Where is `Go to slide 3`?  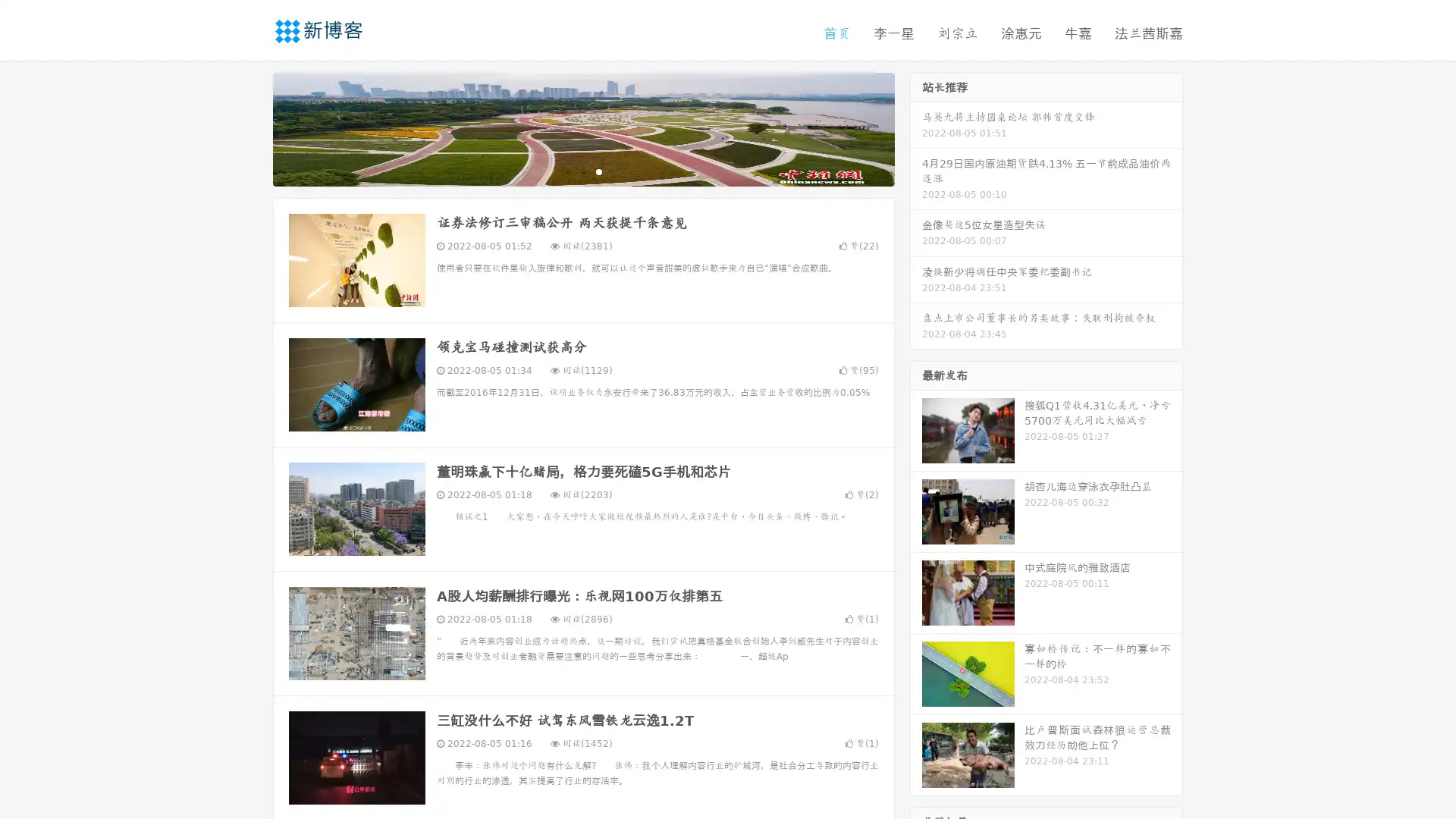
Go to slide 3 is located at coordinates (598, 171).